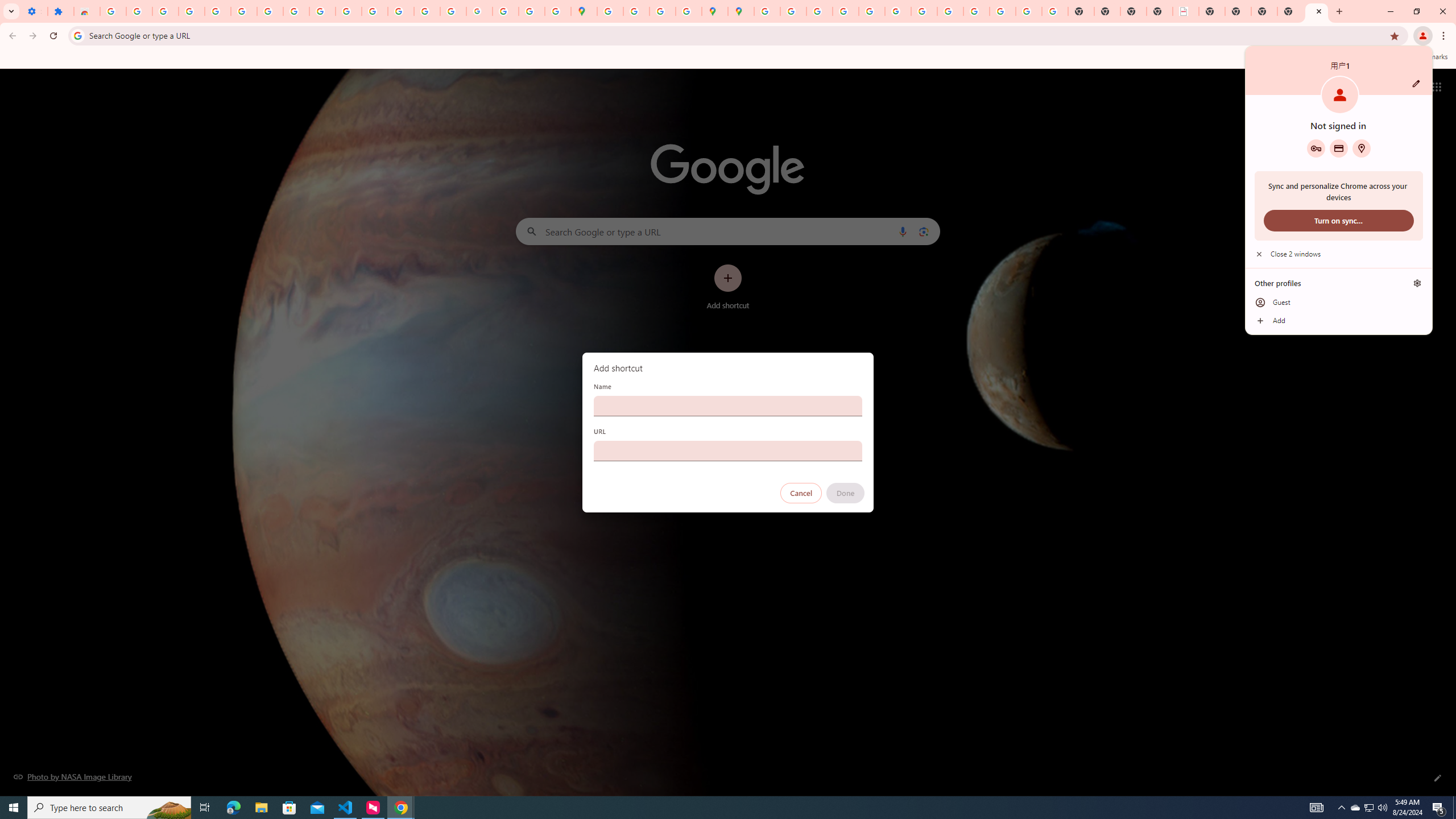 This screenshot has width=1456, height=819. Describe the element at coordinates (1338, 254) in the screenshot. I see `'Close 2 windows'` at that location.